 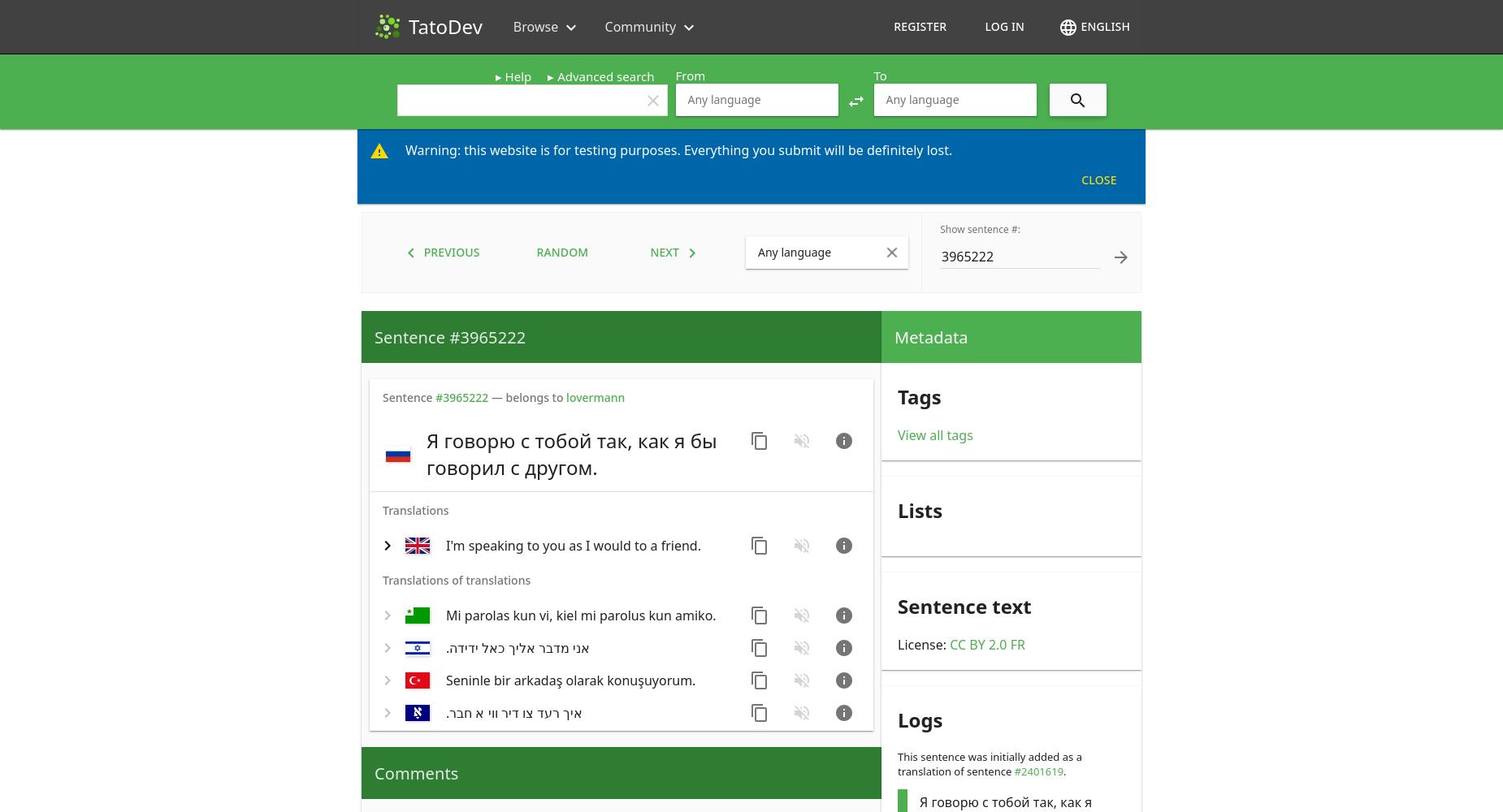 What do you see at coordinates (1098, 179) in the screenshot?
I see `'Close'` at bounding box center [1098, 179].